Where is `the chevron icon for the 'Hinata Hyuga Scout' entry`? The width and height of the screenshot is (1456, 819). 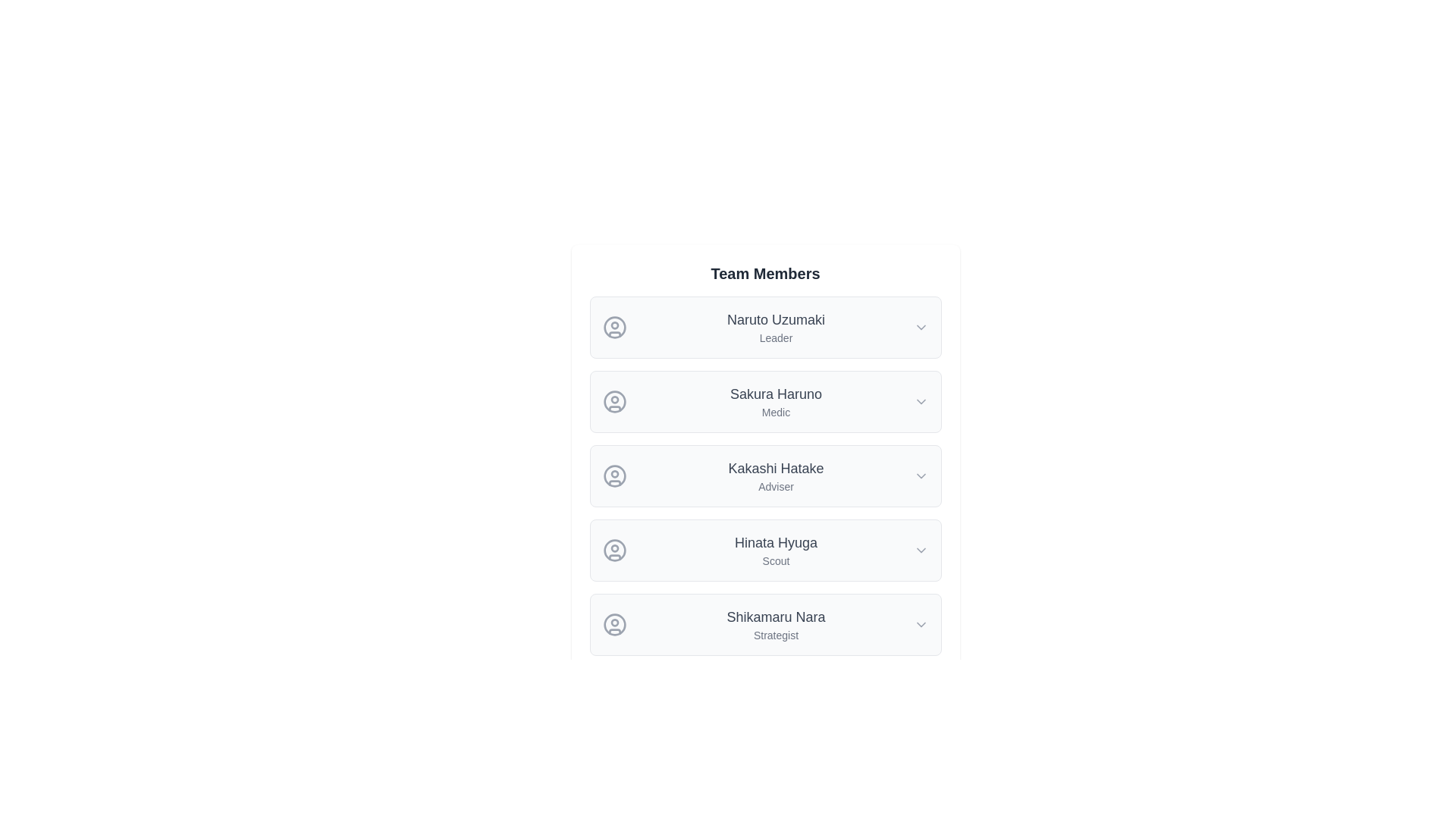
the chevron icon for the 'Hinata Hyuga Scout' entry is located at coordinates (920, 550).